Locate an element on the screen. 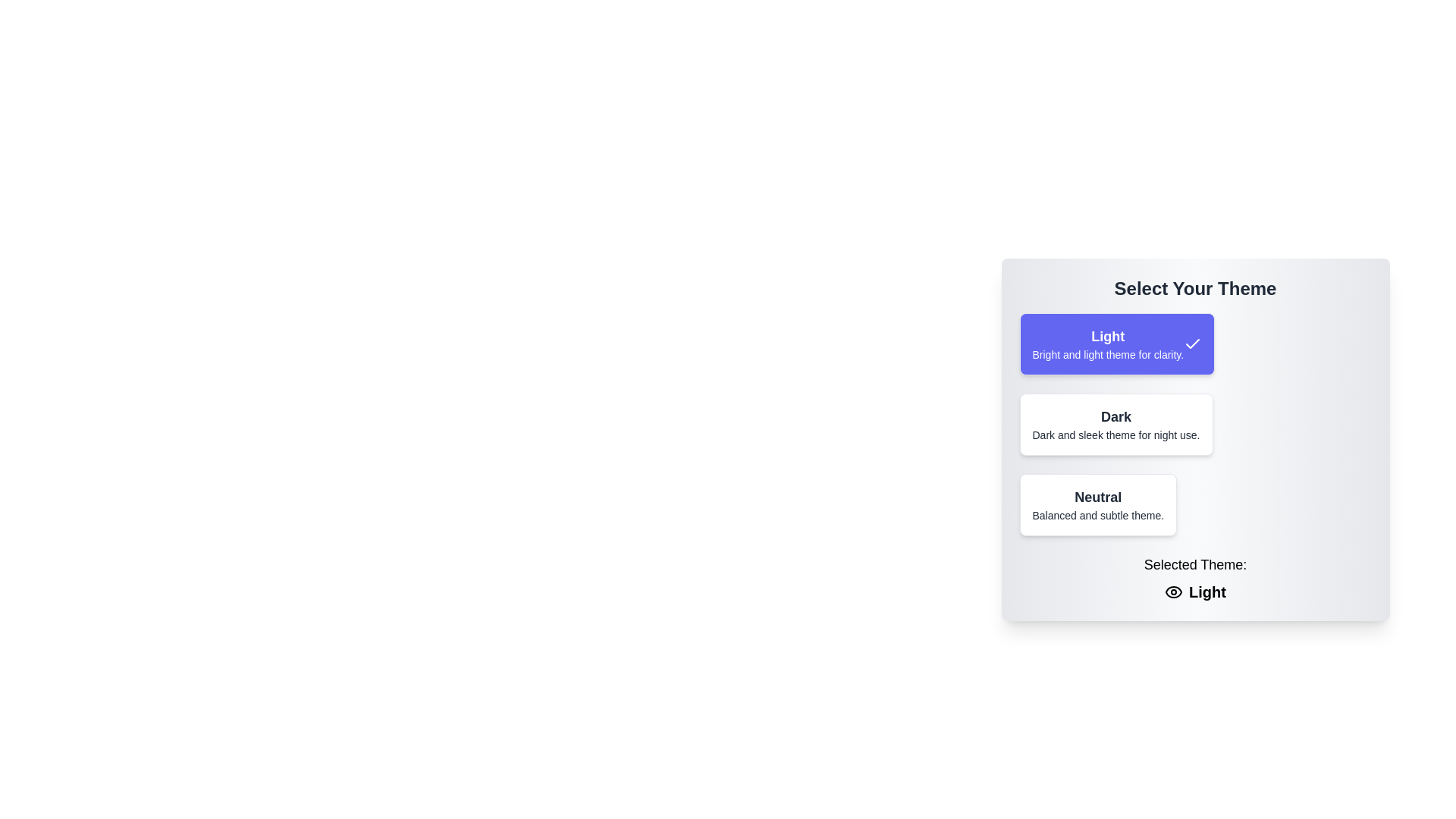  the text label displaying 'Selected Theme:' which is located above the 'Light' text and adjacent to the eye icon, styled in a clear sans-serif typeface on a light gray background is located at coordinates (1194, 564).